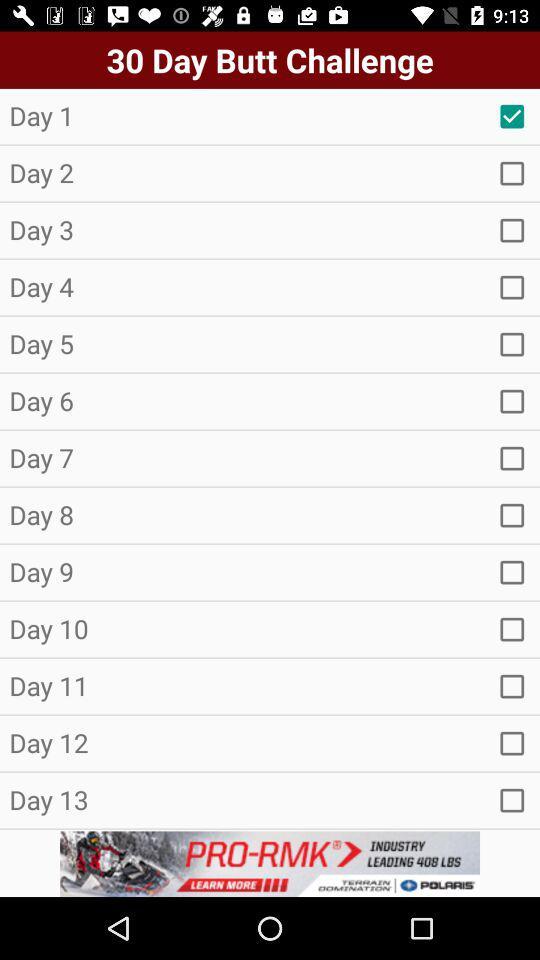 The width and height of the screenshot is (540, 960). I want to click on new pega, so click(512, 344).